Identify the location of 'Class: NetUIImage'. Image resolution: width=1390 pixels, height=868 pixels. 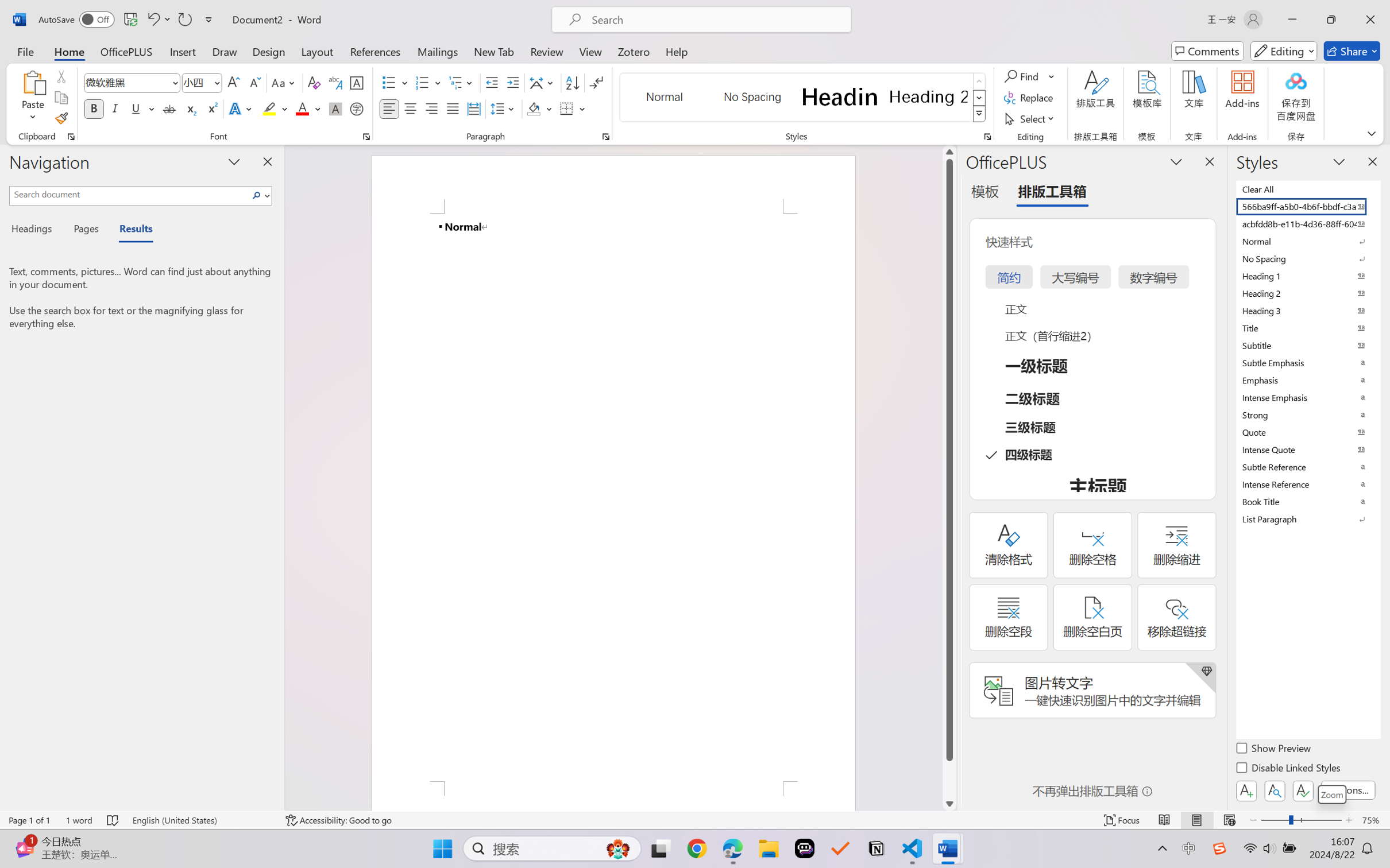
(978, 114).